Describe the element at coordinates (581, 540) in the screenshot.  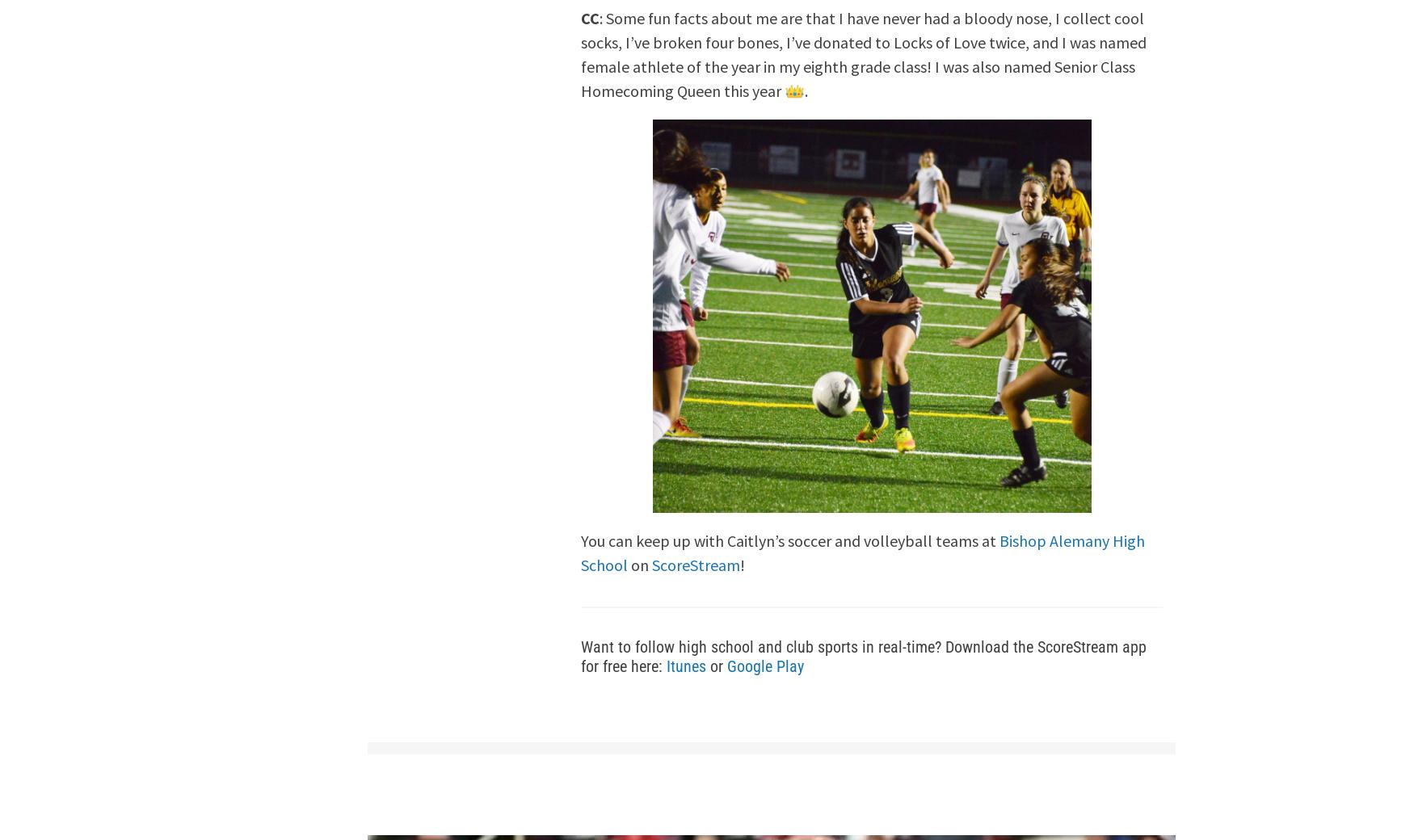
I see `'You can keep up with Caitlyn’s soccer and volleyball teams at'` at that location.